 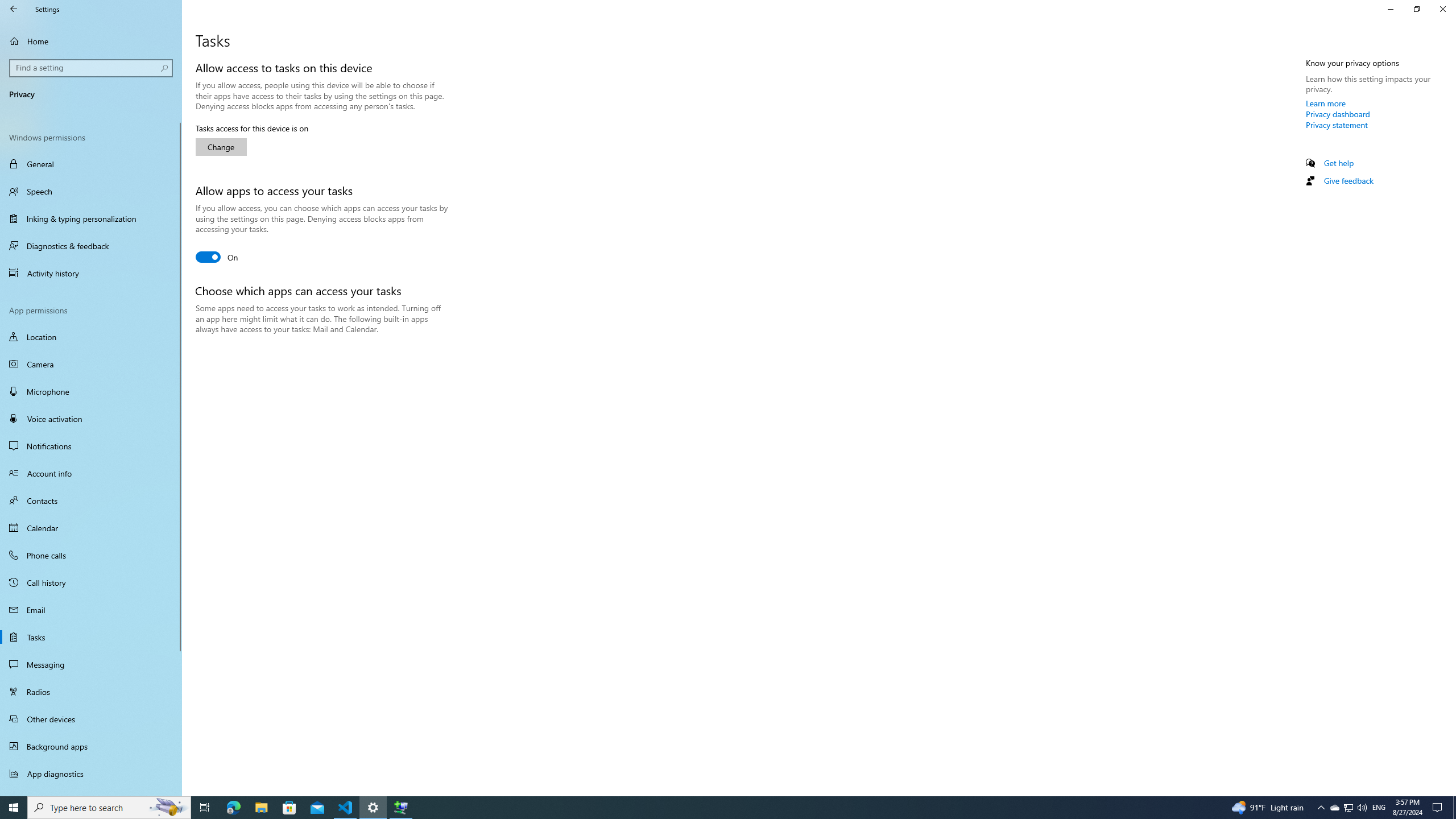 What do you see at coordinates (1336, 124) in the screenshot?
I see `'Privacy statement'` at bounding box center [1336, 124].